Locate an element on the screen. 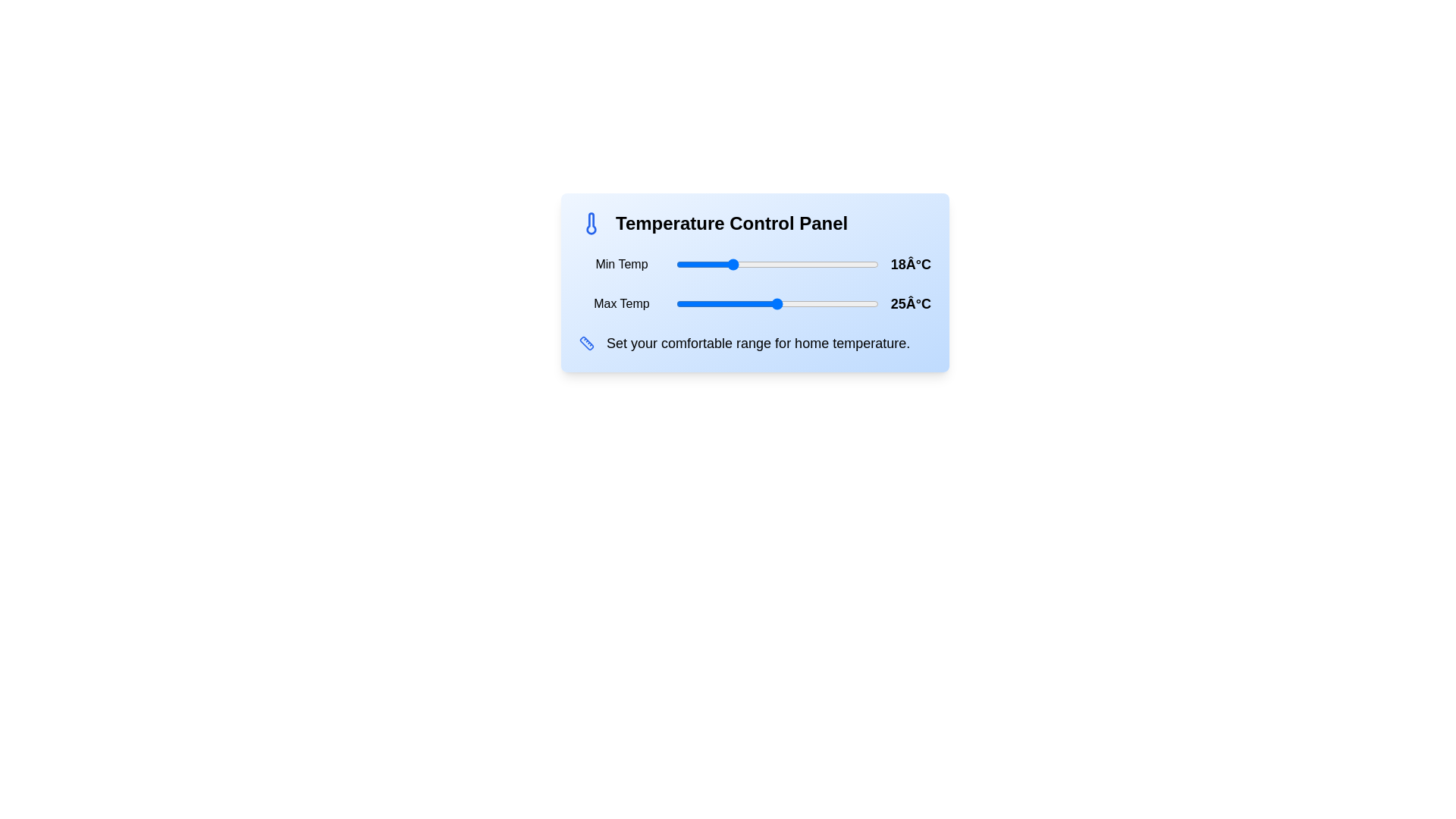 This screenshot has width=1456, height=819. the maximum temperature slider to 18°C is located at coordinates (730, 304).